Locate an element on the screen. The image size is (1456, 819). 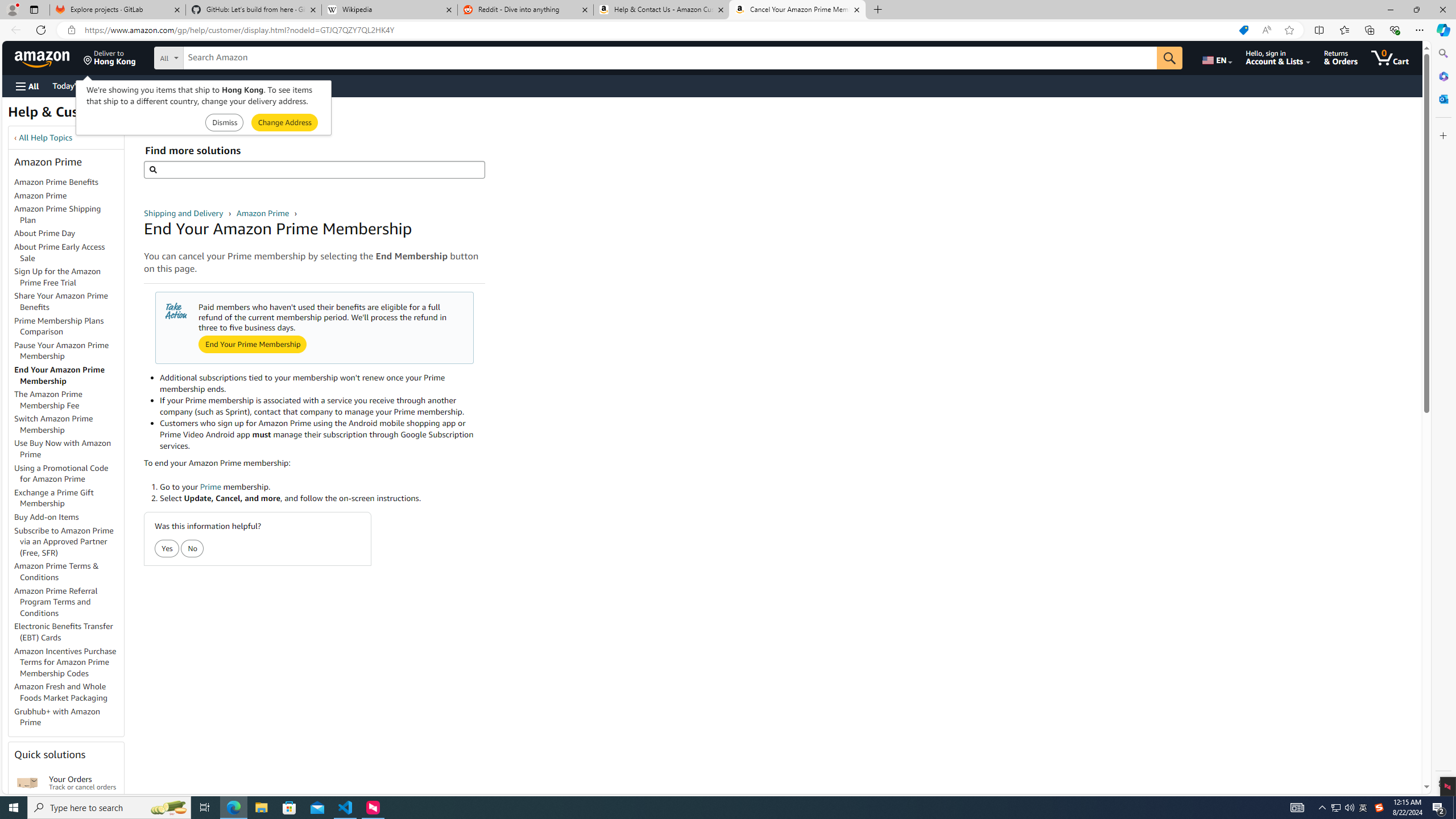
'Amazon Prime ' is located at coordinates (263, 213).